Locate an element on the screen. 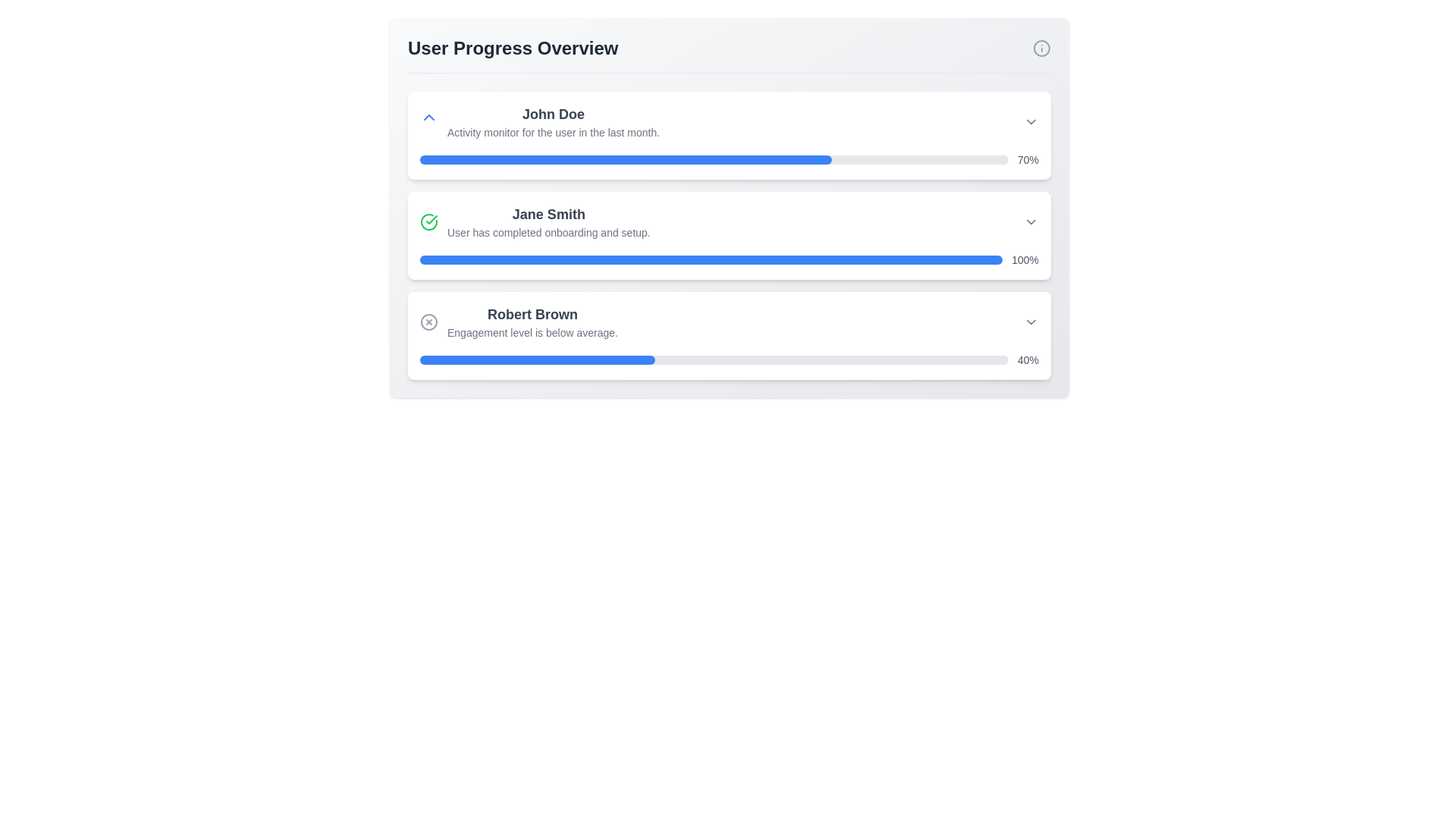 This screenshot has width=1456, height=819. the user summary row displaying 'Robert Brown' in the 'User Progress Overview' section is located at coordinates (532, 321).